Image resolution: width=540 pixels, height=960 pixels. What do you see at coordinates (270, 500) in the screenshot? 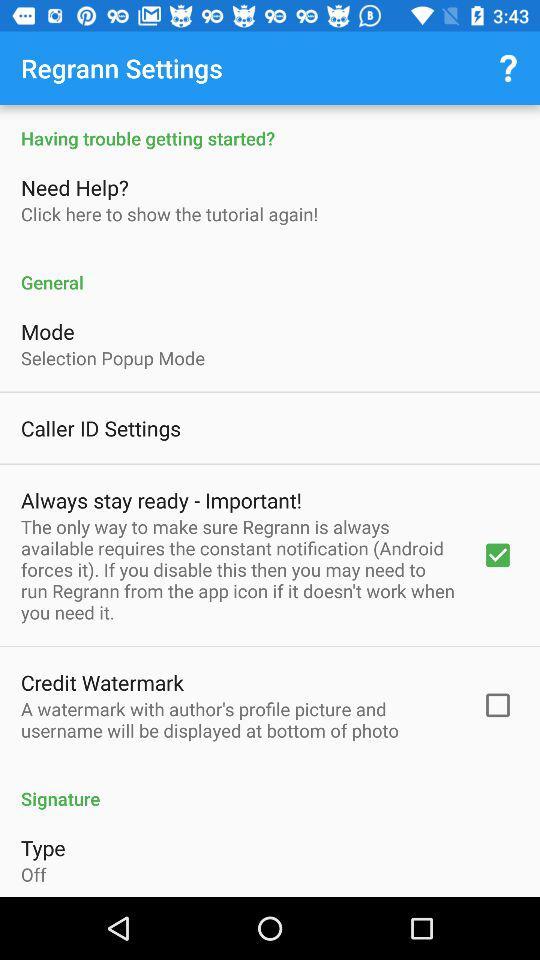
I see `settings menu` at bounding box center [270, 500].